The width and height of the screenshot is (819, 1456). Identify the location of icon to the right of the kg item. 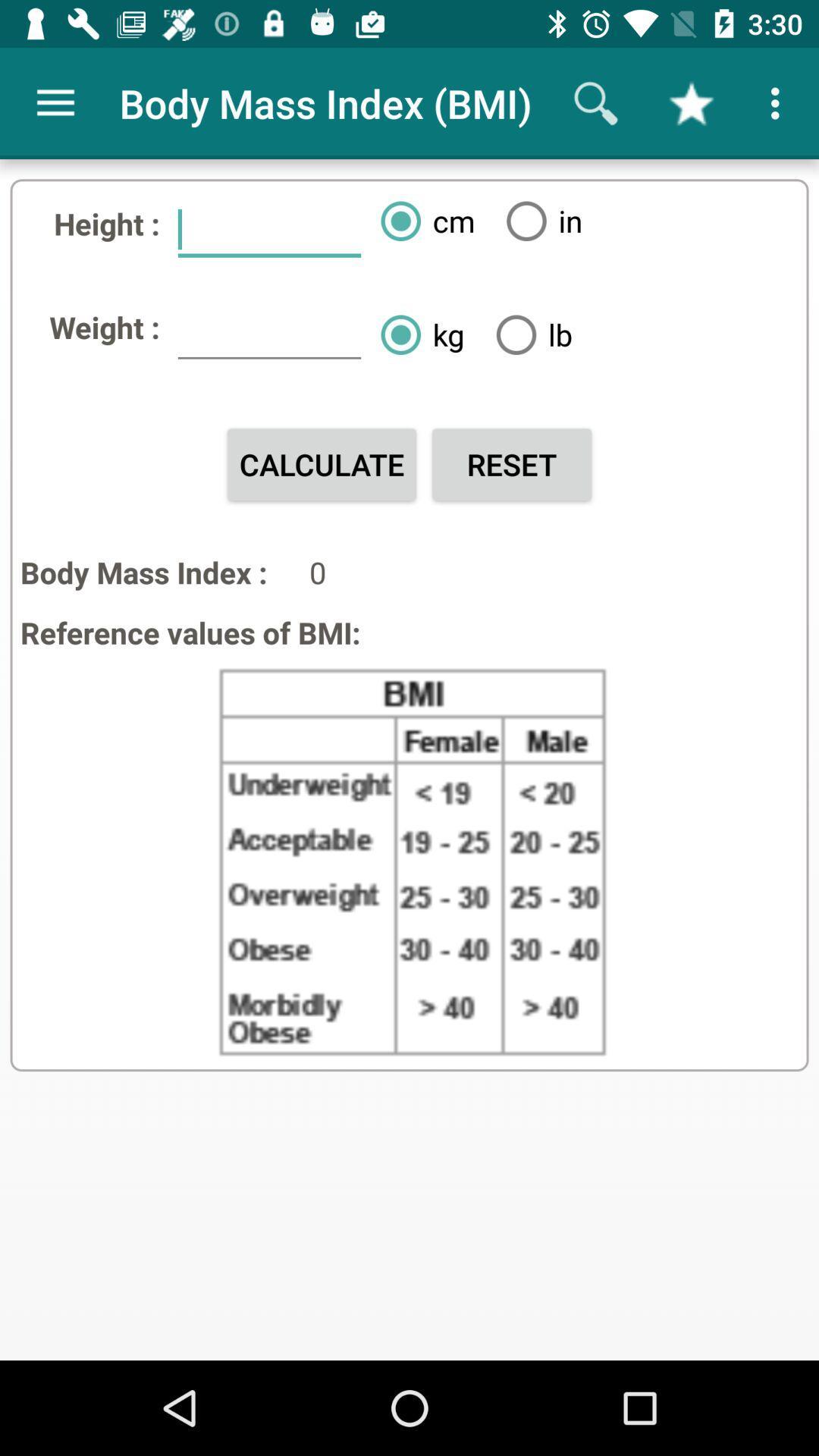
(528, 334).